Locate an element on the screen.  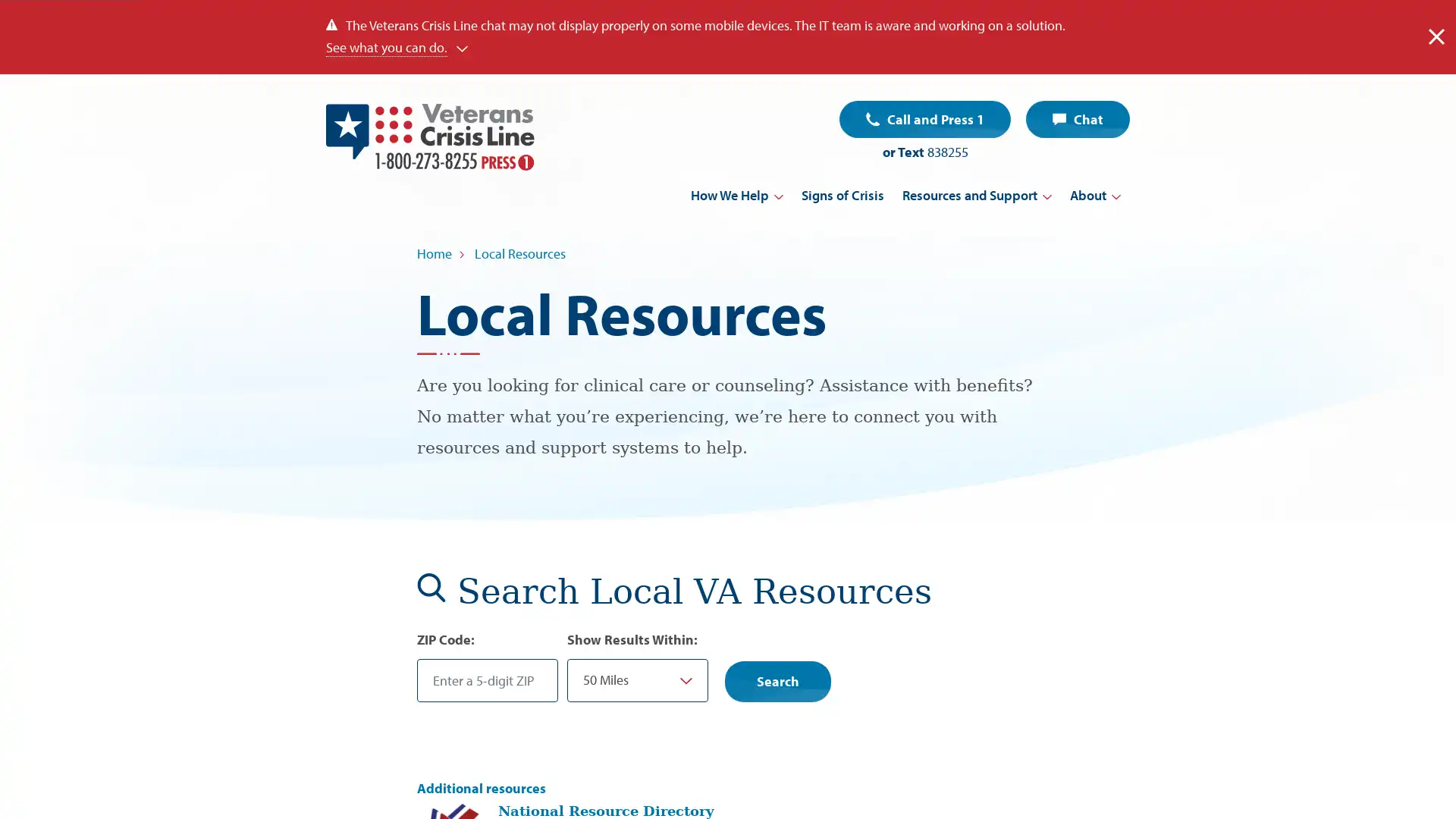
Close Banner is located at coordinates (1436, 36).